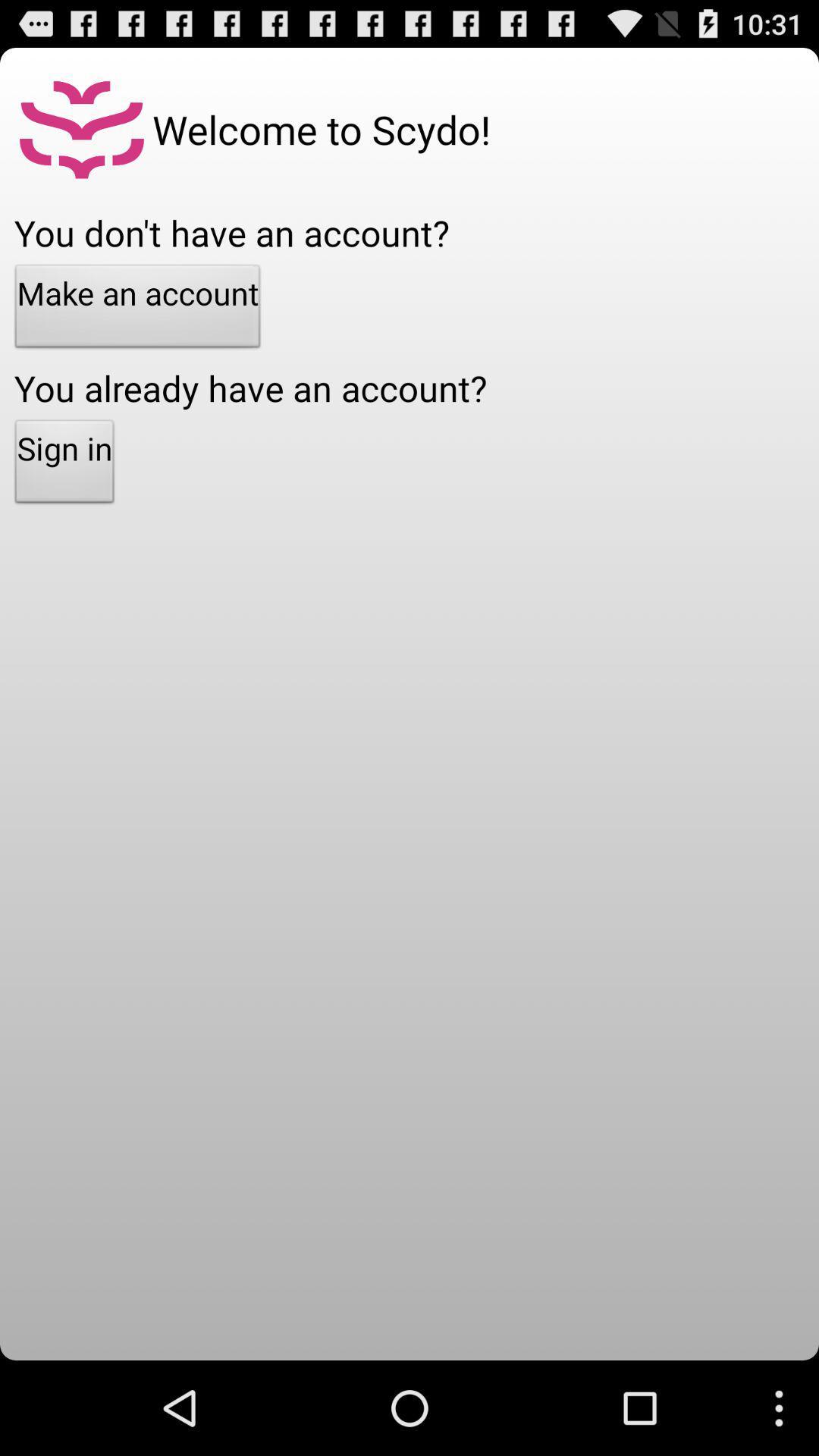  I want to click on sign in icon, so click(64, 465).